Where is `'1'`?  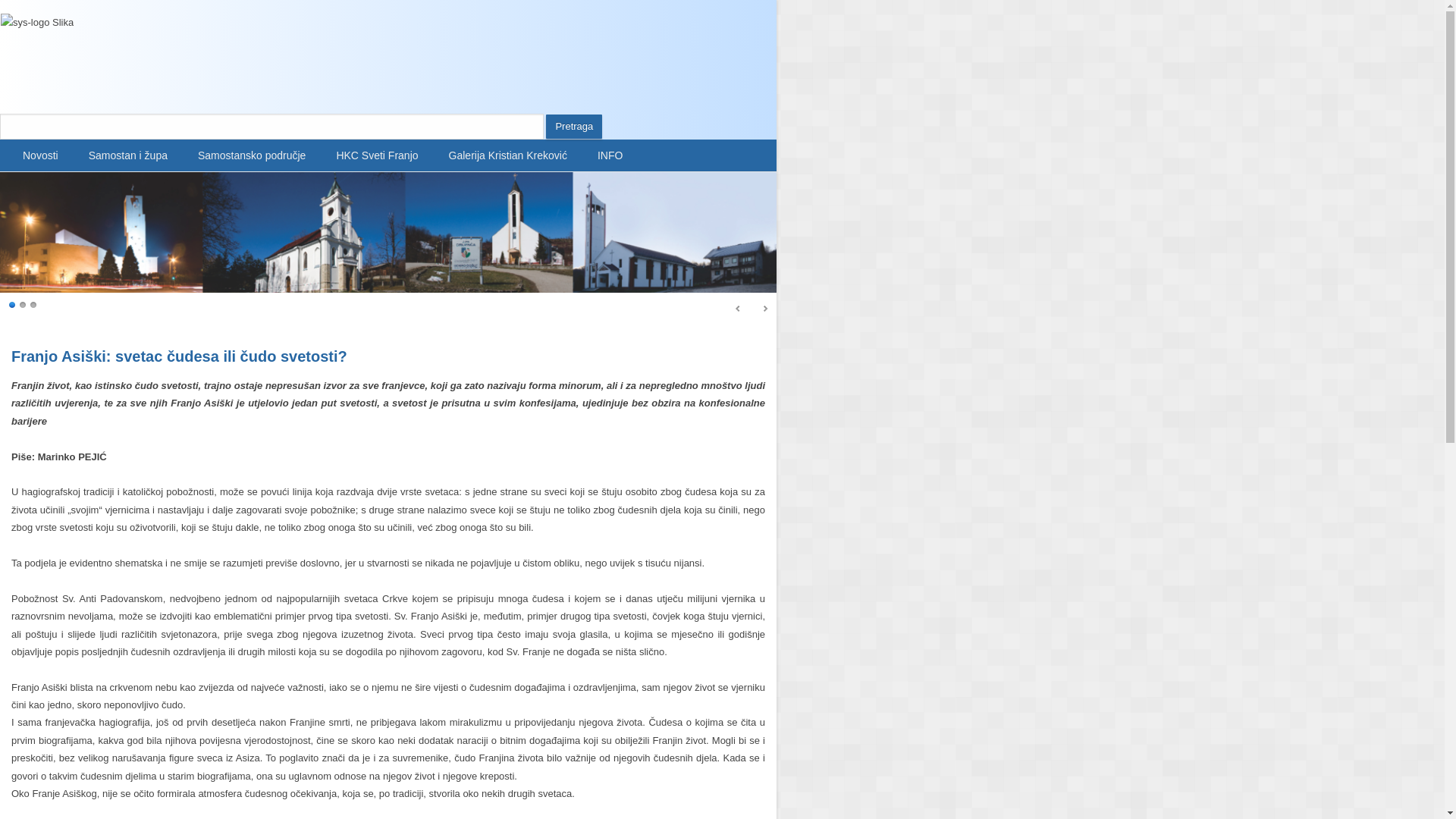 '1' is located at coordinates (13, 304).